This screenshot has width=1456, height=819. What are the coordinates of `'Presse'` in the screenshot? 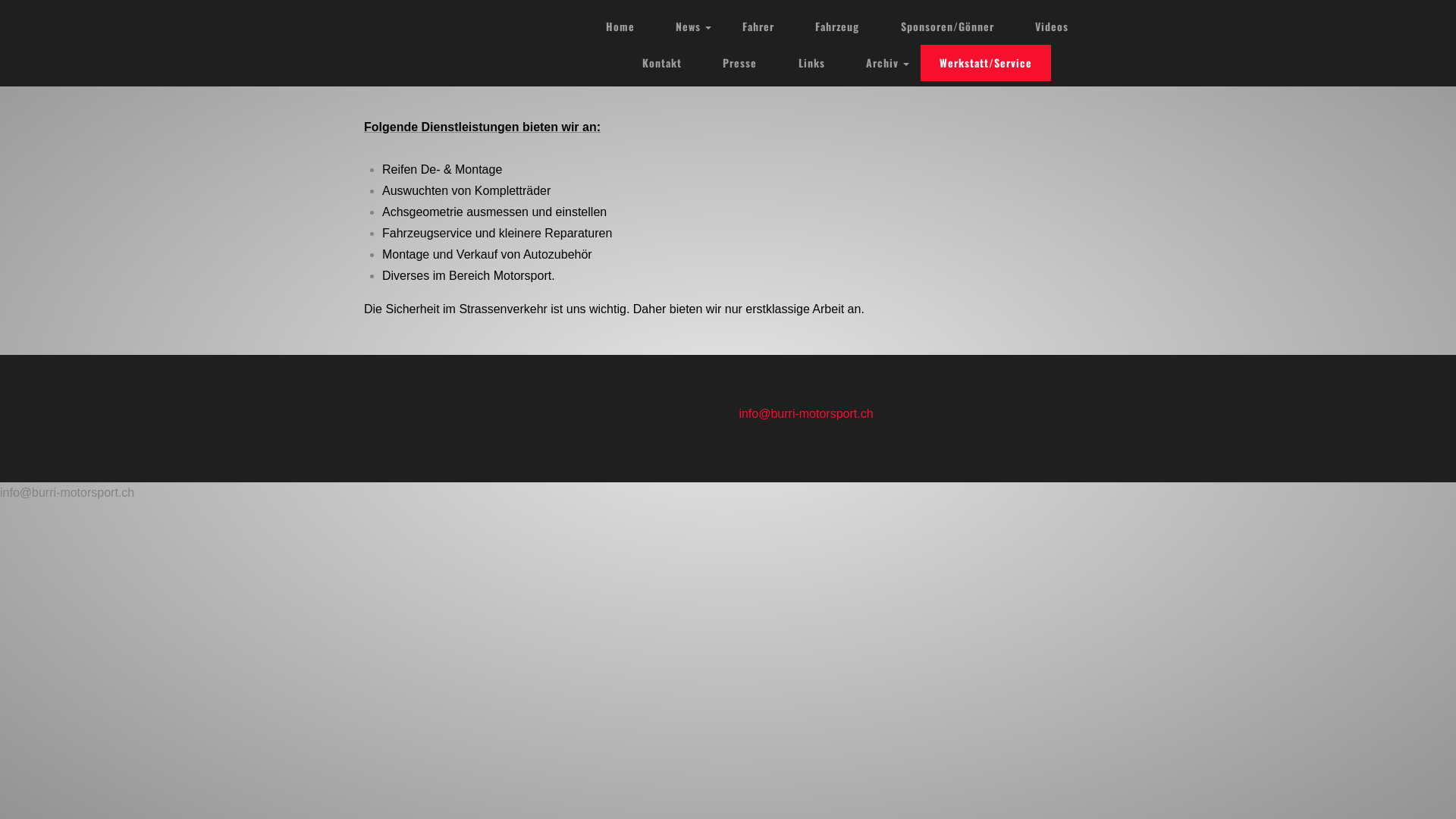 It's located at (739, 62).